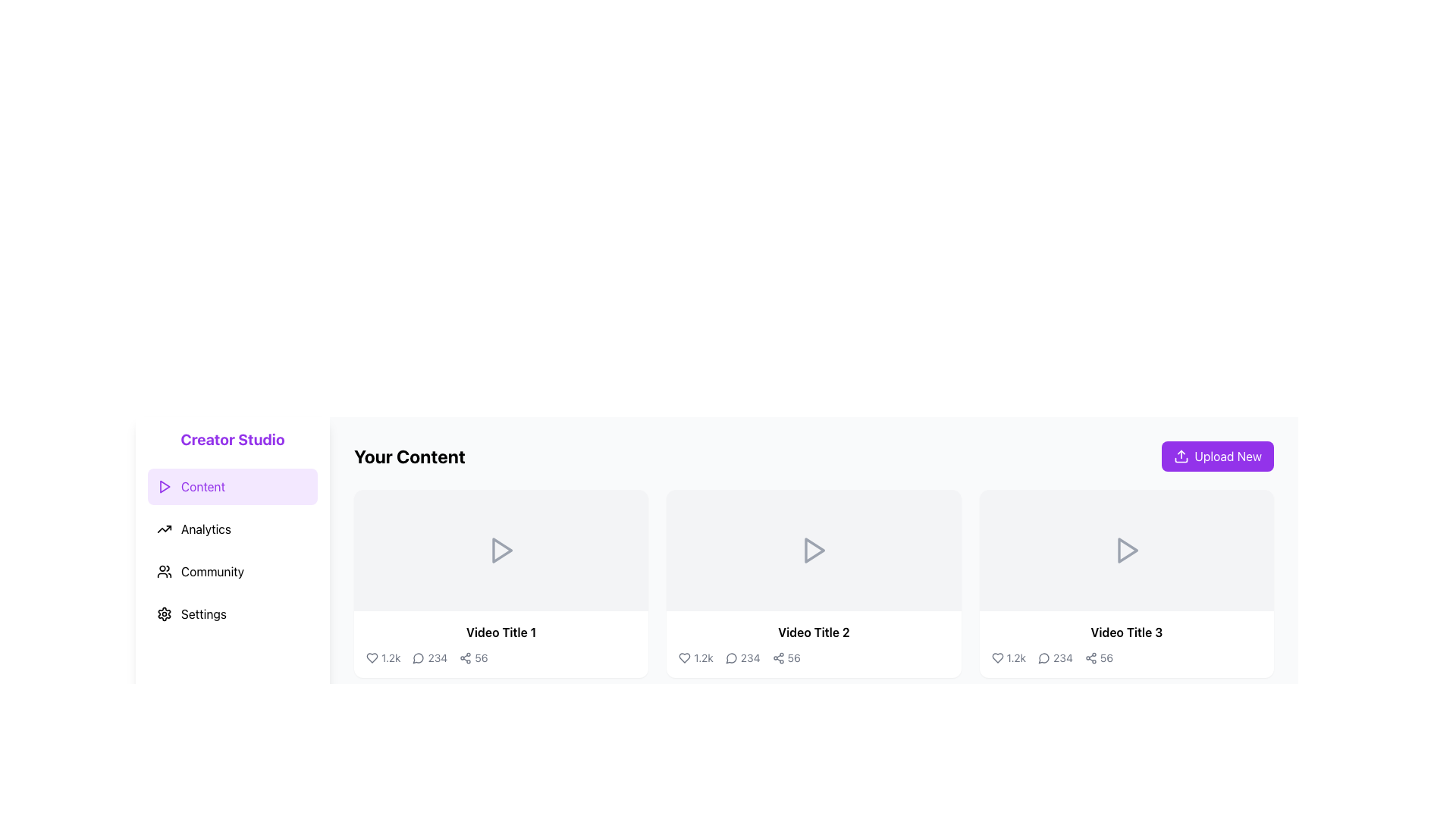 The height and width of the screenshot is (819, 1456). What do you see at coordinates (202, 486) in the screenshot?
I see `the 'Content' navigation label in the sidebar menu` at bounding box center [202, 486].